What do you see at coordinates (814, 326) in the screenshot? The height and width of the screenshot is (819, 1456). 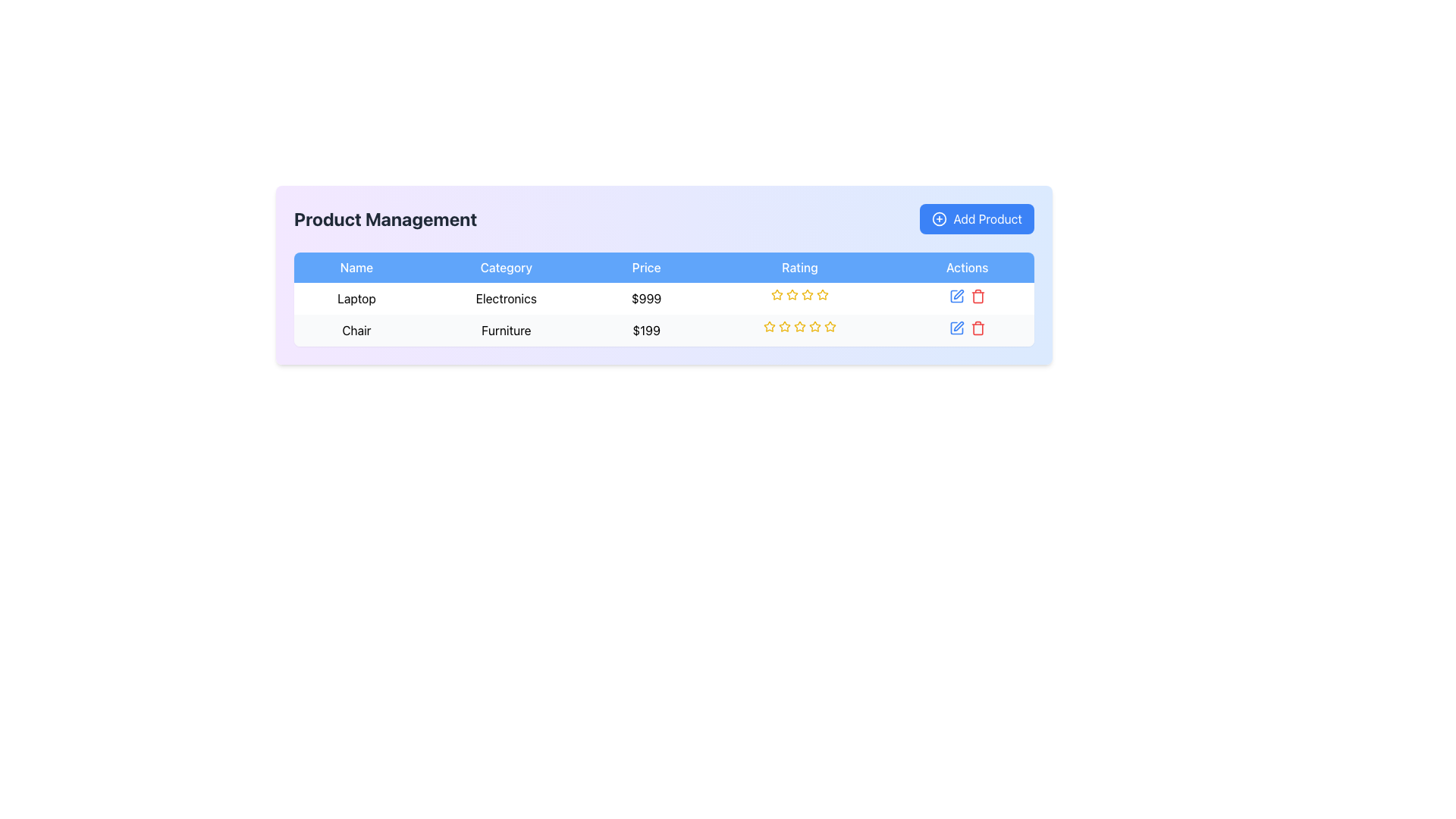 I see `the fifth decorative star icon in the rating system located in the second row of the 'Rating' column` at bounding box center [814, 326].